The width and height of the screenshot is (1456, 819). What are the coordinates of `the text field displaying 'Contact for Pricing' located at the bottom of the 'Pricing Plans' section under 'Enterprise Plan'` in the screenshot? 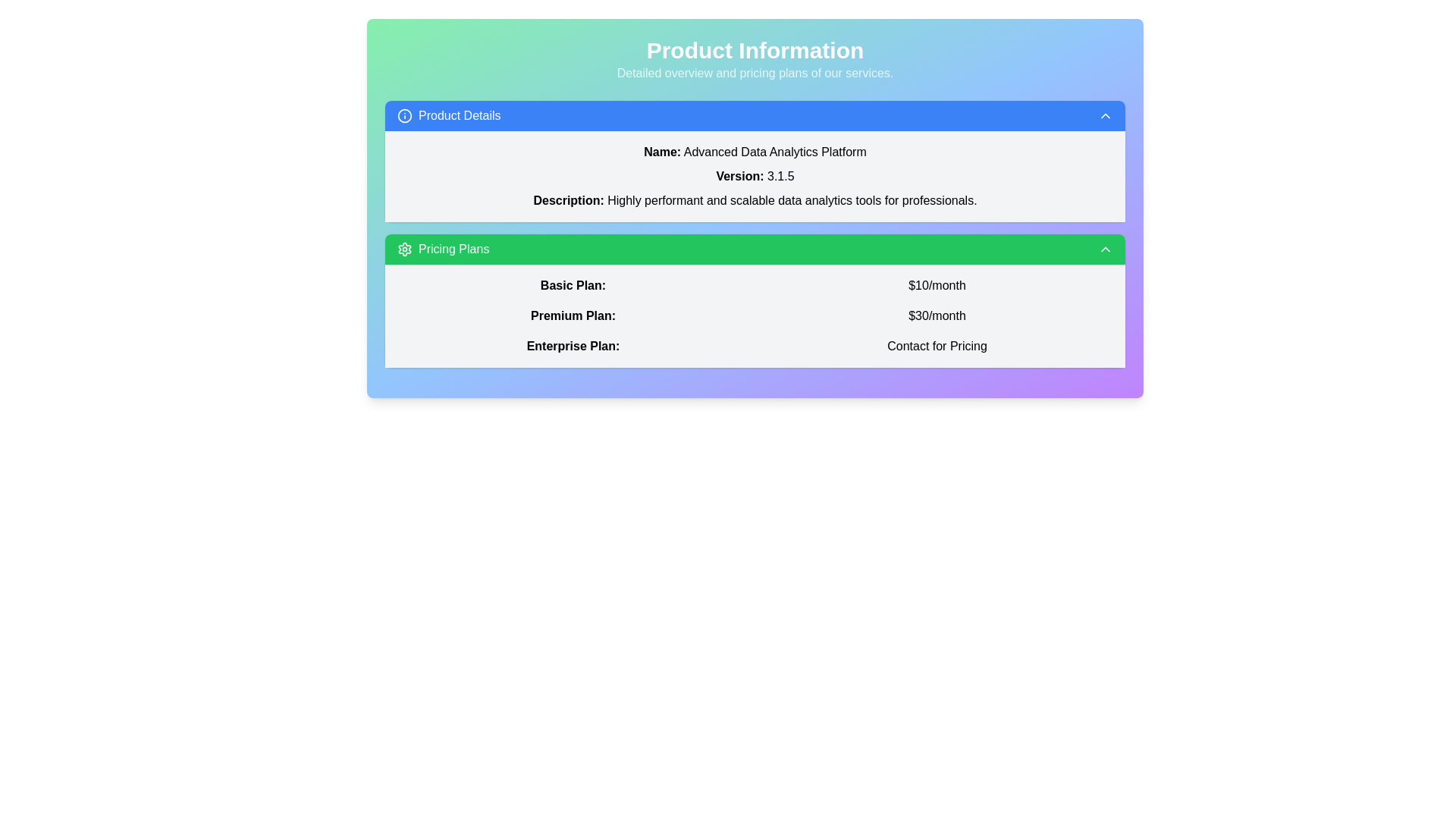 It's located at (937, 346).